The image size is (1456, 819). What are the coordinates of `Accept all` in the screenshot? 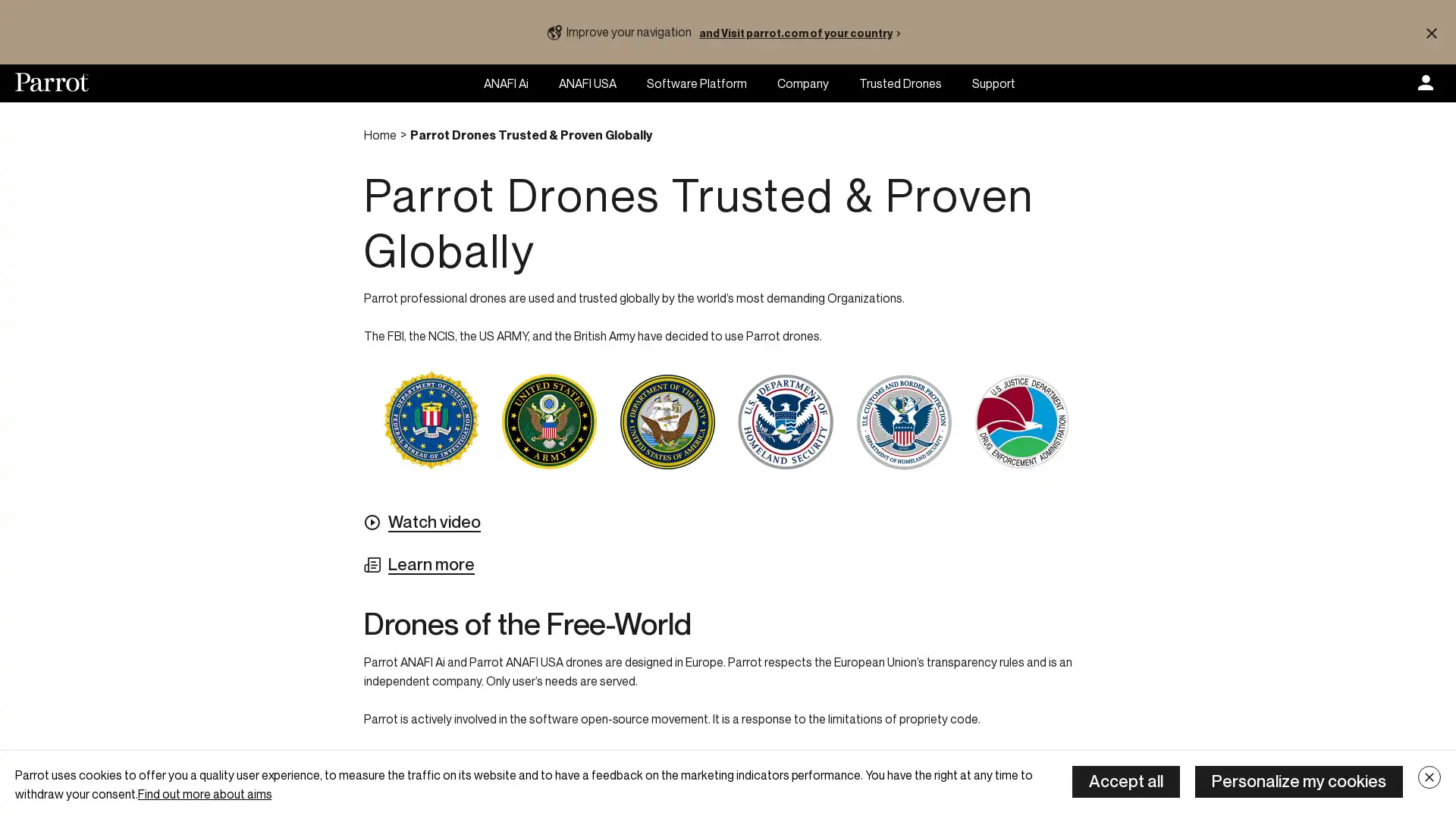 It's located at (1125, 781).